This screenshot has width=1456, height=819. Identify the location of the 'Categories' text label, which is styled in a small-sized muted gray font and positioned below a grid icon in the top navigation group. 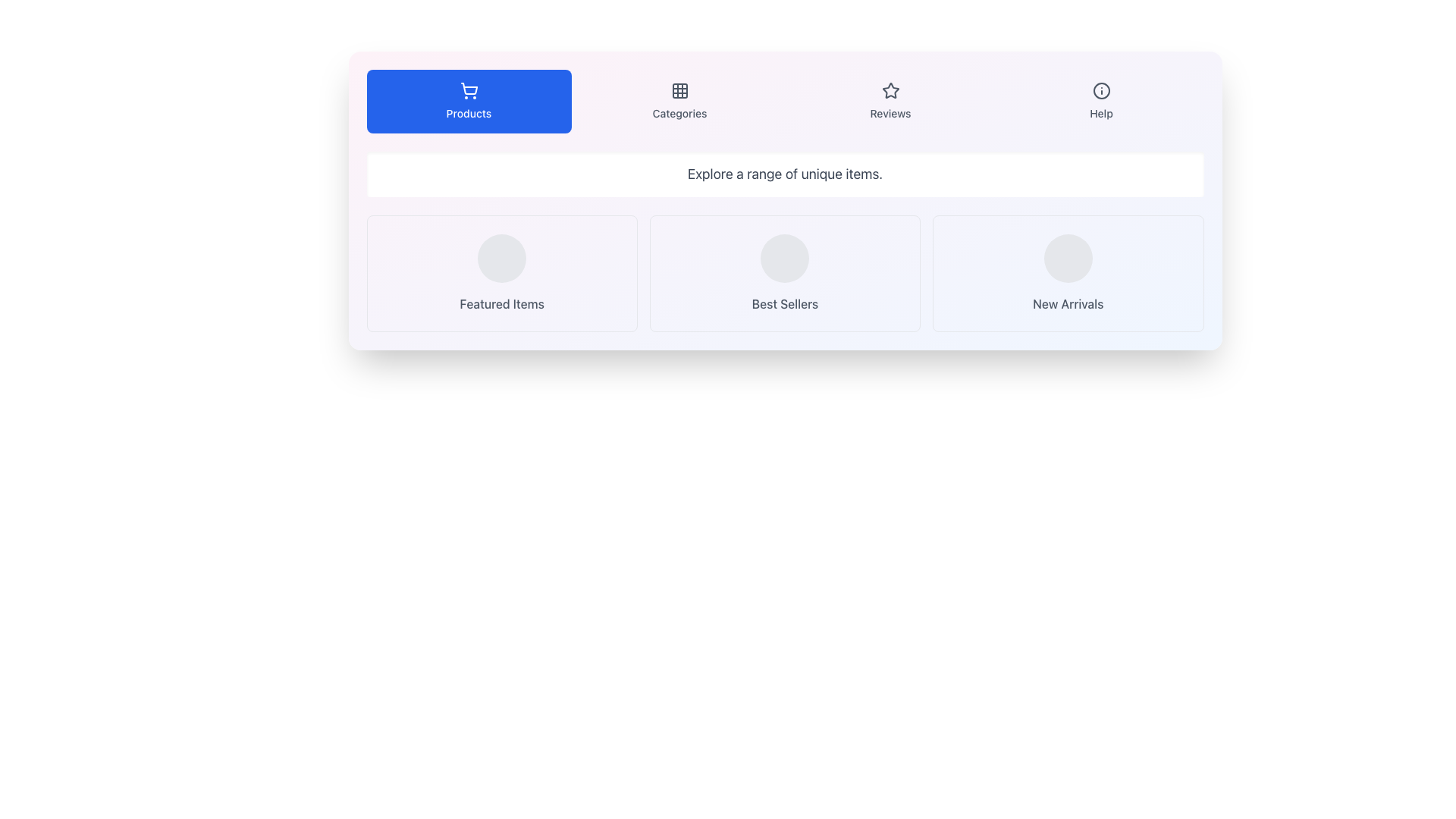
(679, 113).